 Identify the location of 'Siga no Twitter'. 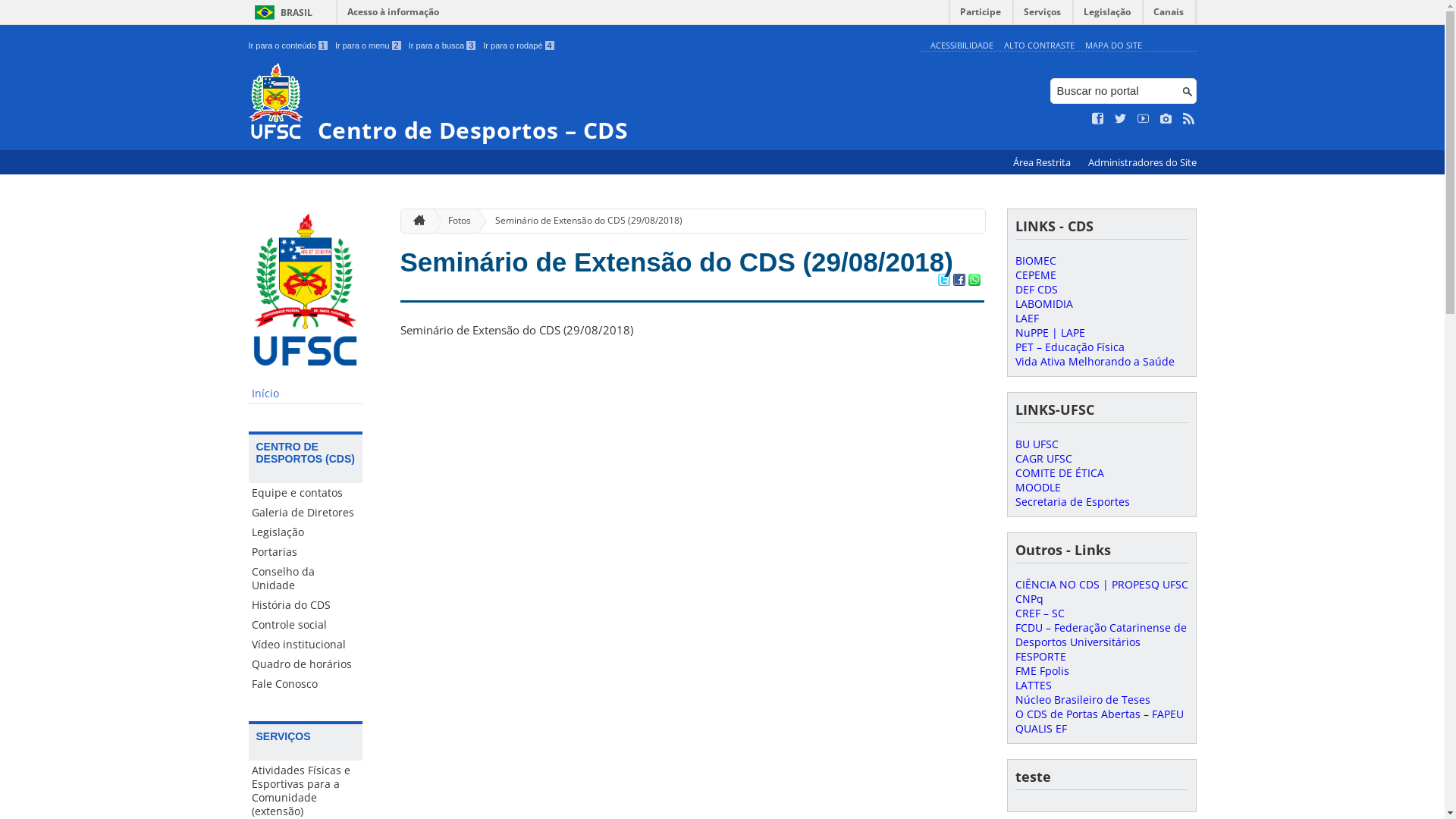
(1121, 118).